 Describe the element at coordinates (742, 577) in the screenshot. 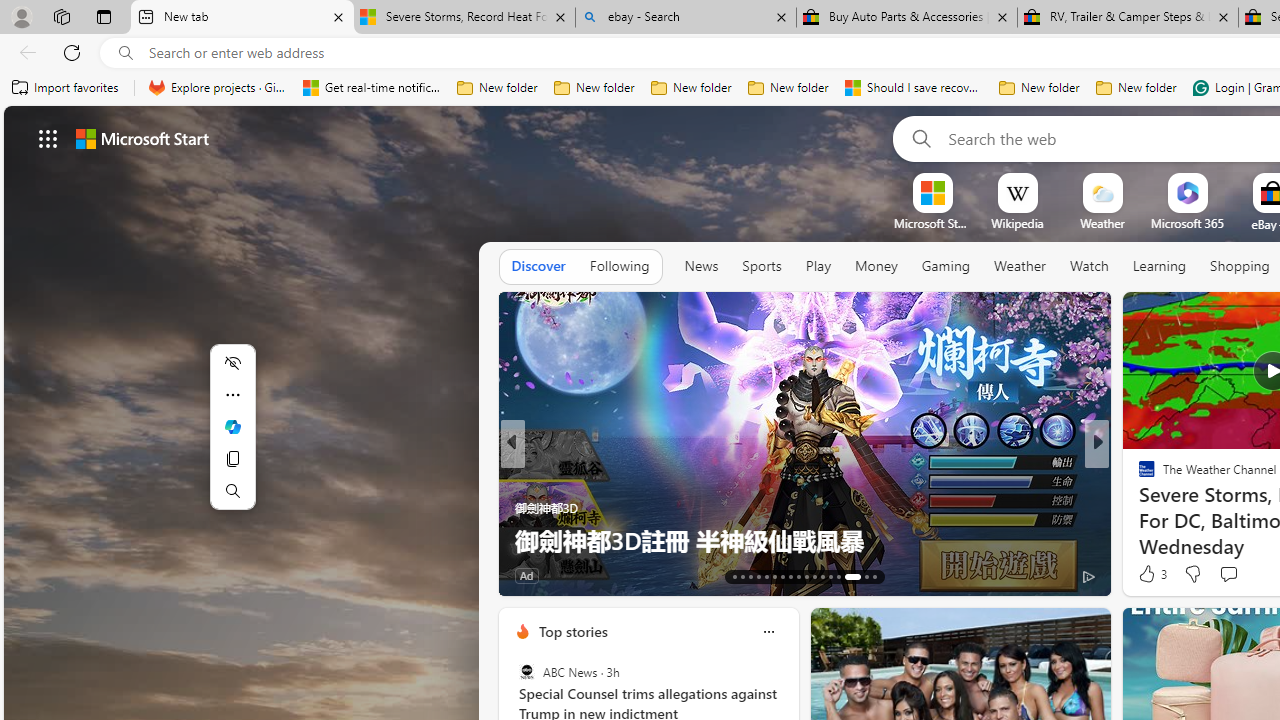

I see `'AutomationID: tab-14'` at that location.